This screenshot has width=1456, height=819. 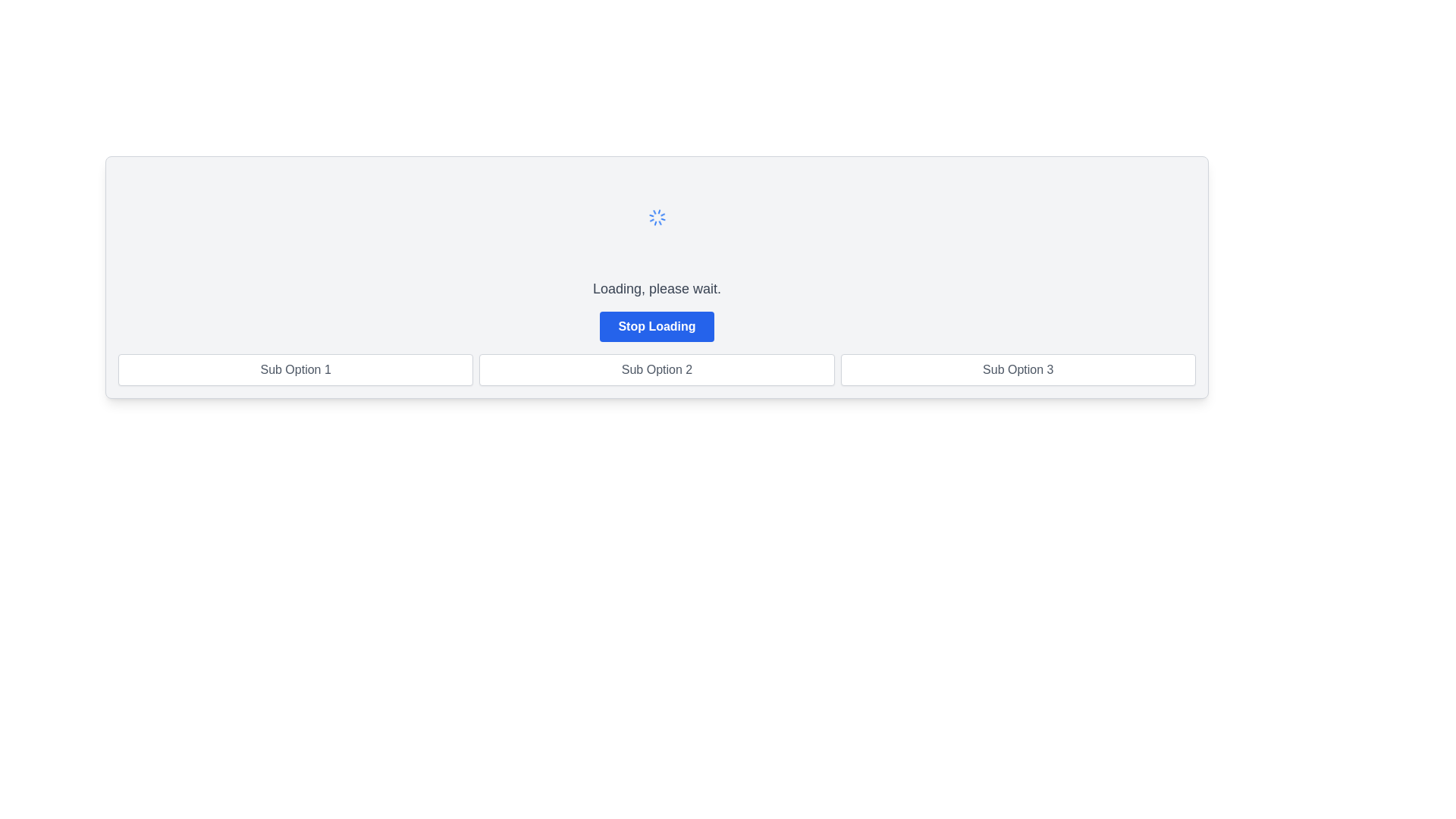 I want to click on the text label reading 'Loading, please wait.' which is center-aligned in gray above the 'Stop Loading' button, so click(x=657, y=289).